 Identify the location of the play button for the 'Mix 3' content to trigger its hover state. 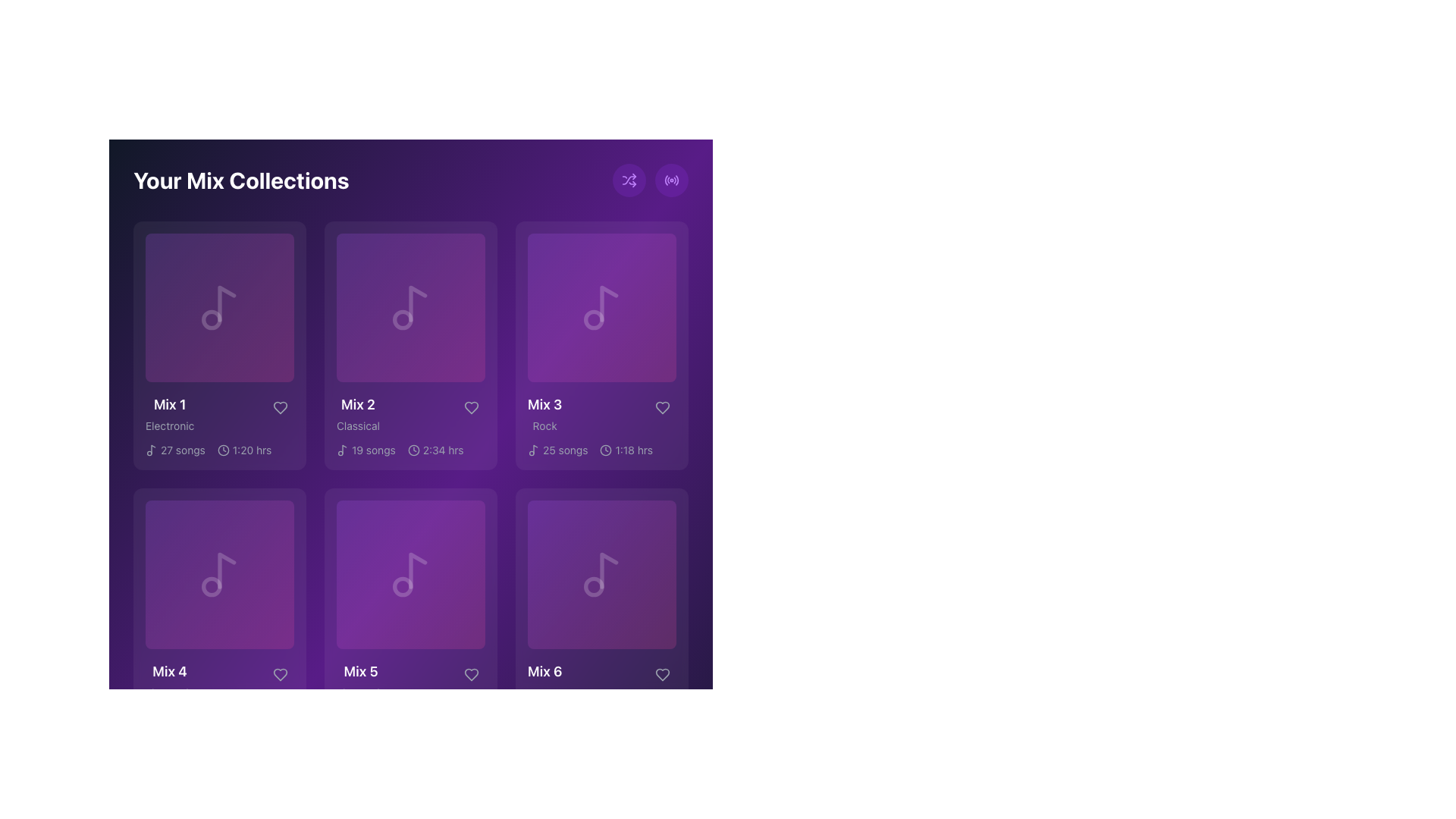
(601, 307).